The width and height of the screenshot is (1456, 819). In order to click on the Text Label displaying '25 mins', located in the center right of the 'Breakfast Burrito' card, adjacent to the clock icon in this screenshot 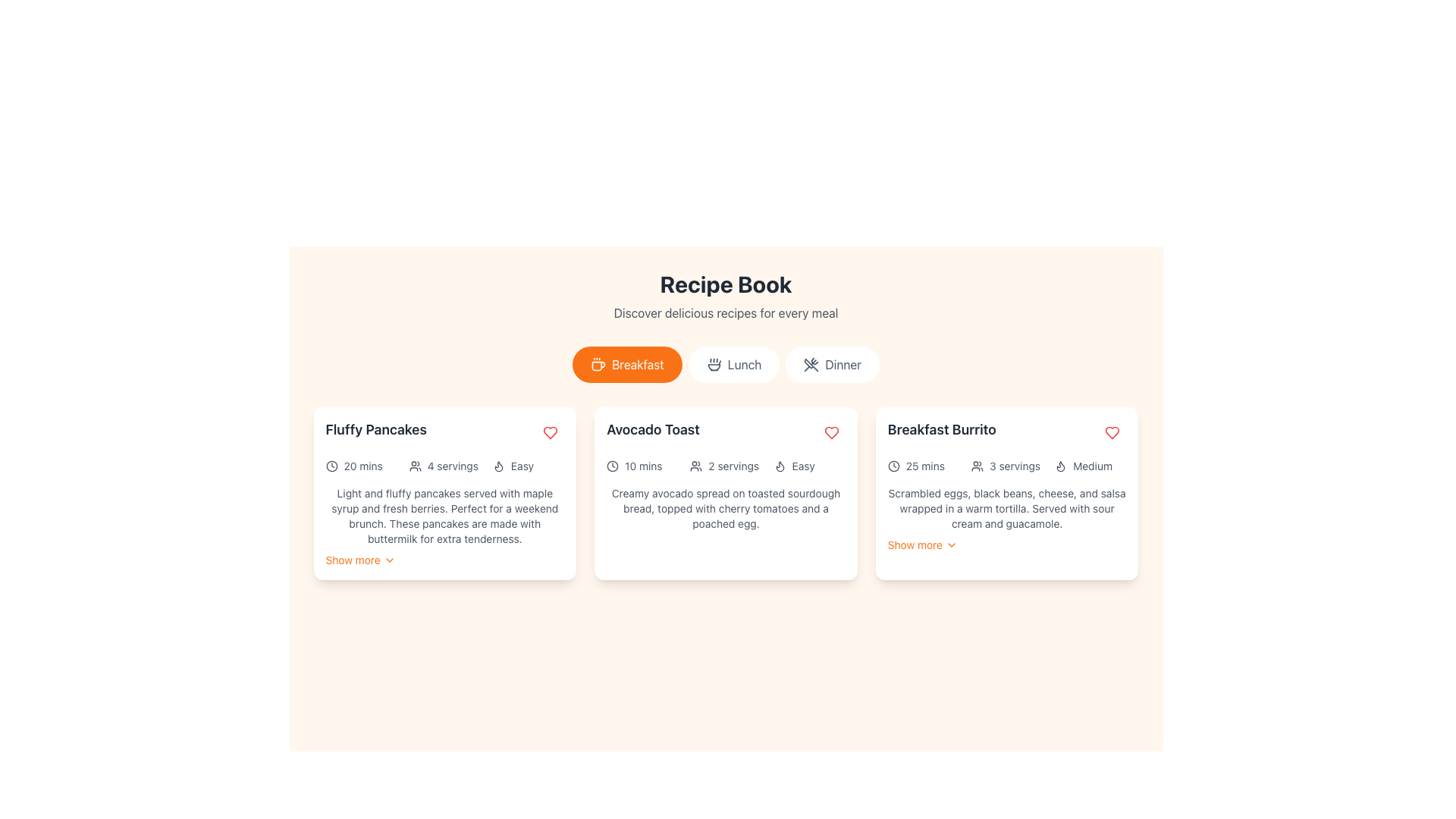, I will do `click(924, 465)`.